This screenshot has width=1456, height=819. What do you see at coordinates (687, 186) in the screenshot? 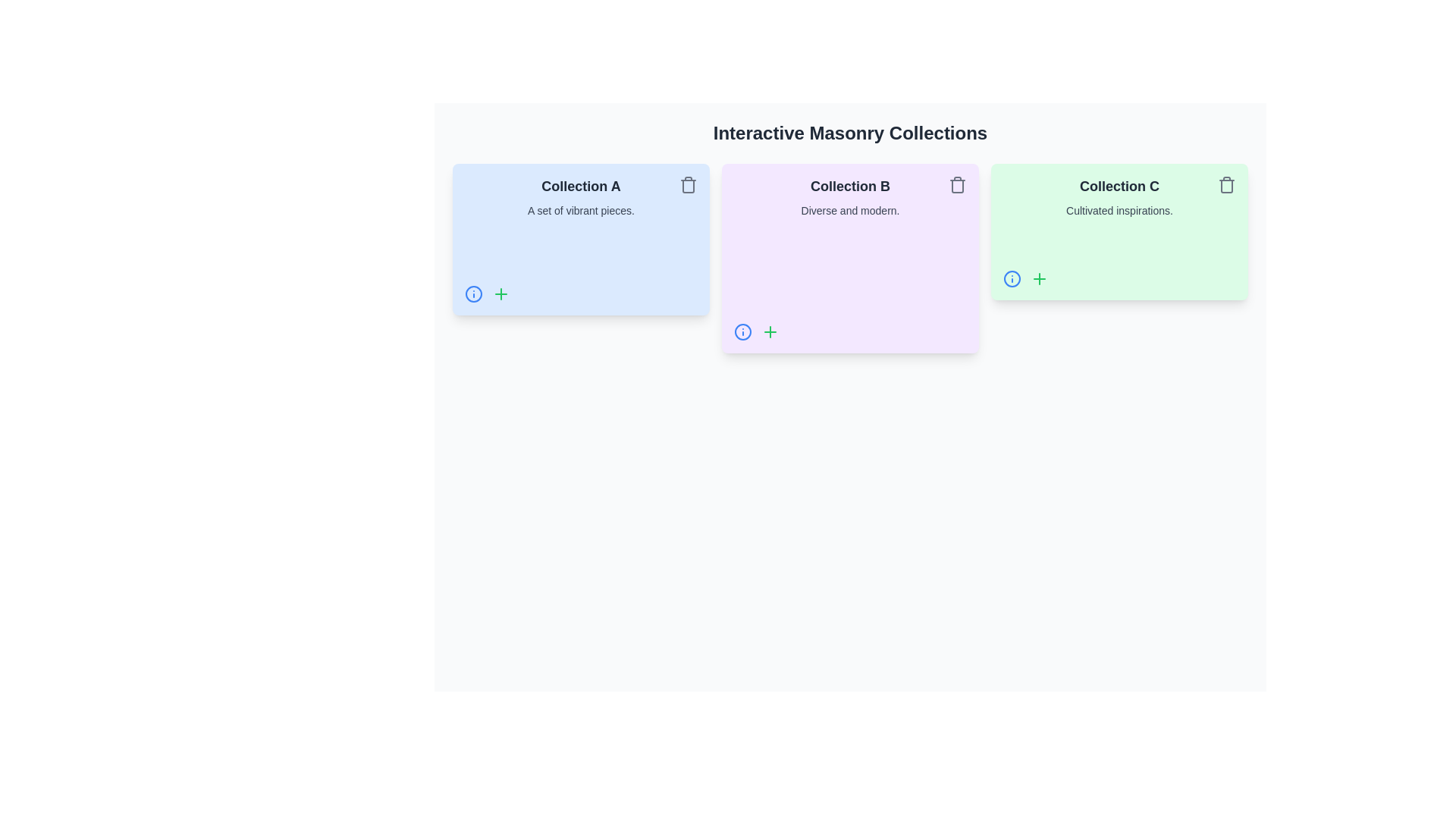
I see `the trash bin icon located at the upper-right corner of the card labeled 'Collection A'` at bounding box center [687, 186].